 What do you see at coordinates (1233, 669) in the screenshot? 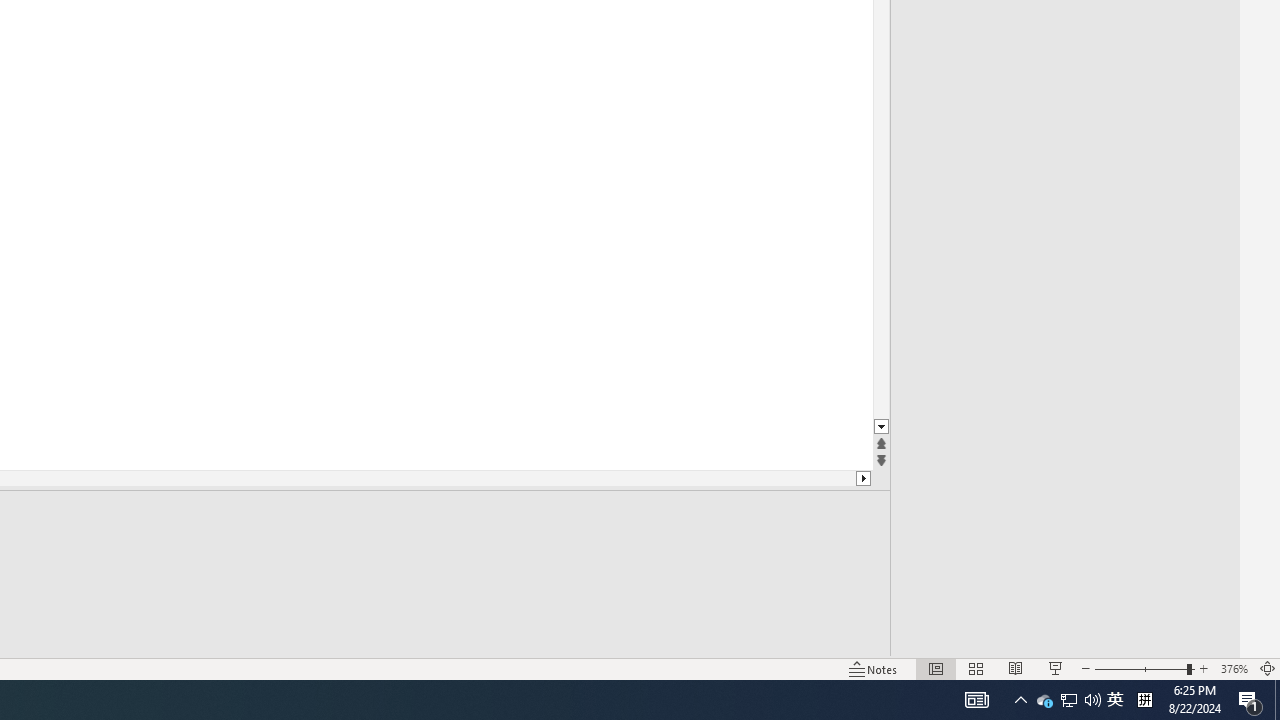
I see `'Zoom 376%'` at bounding box center [1233, 669].